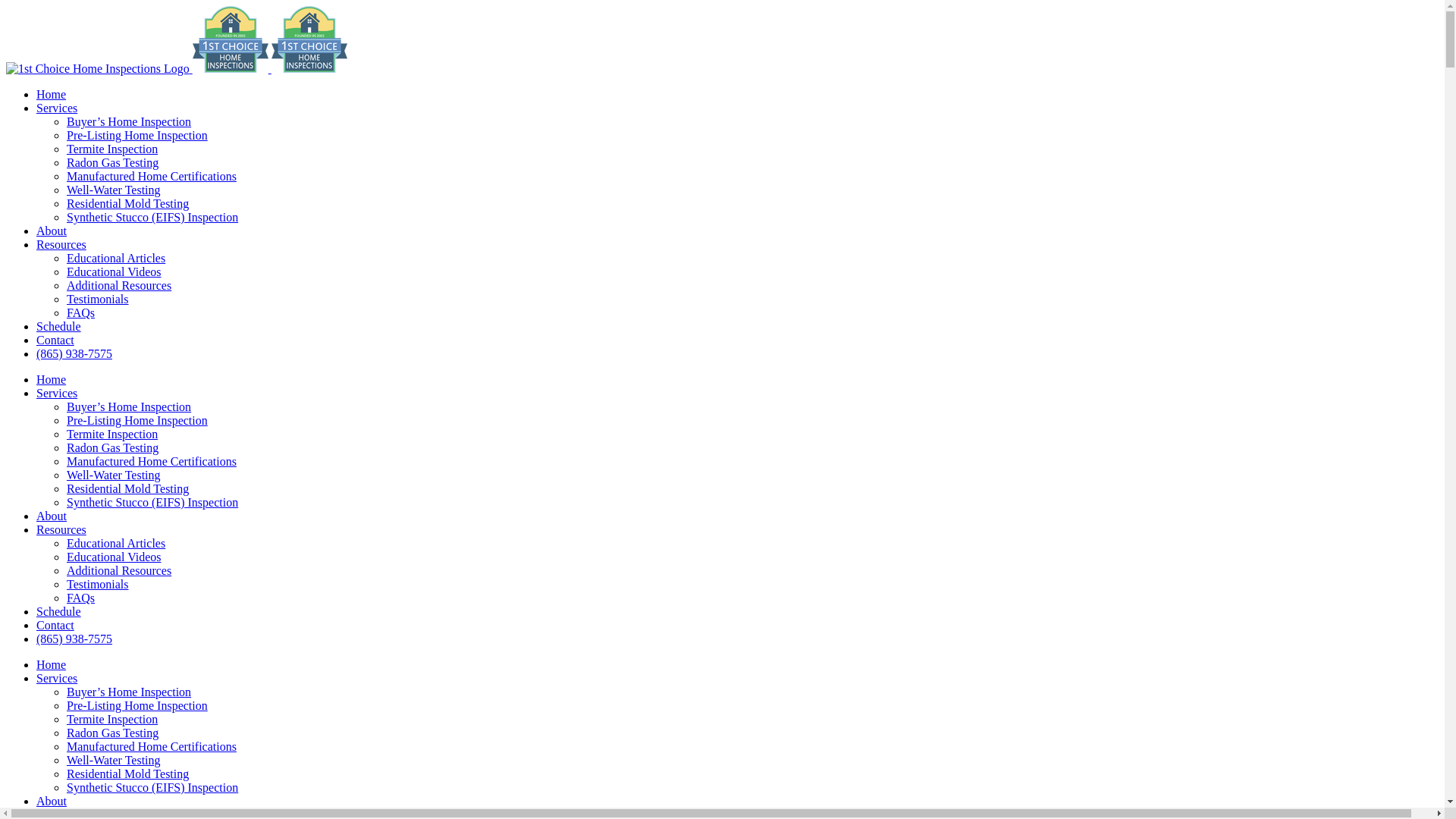  Describe the element at coordinates (5, 5) in the screenshot. I see `'Skip to content'` at that location.